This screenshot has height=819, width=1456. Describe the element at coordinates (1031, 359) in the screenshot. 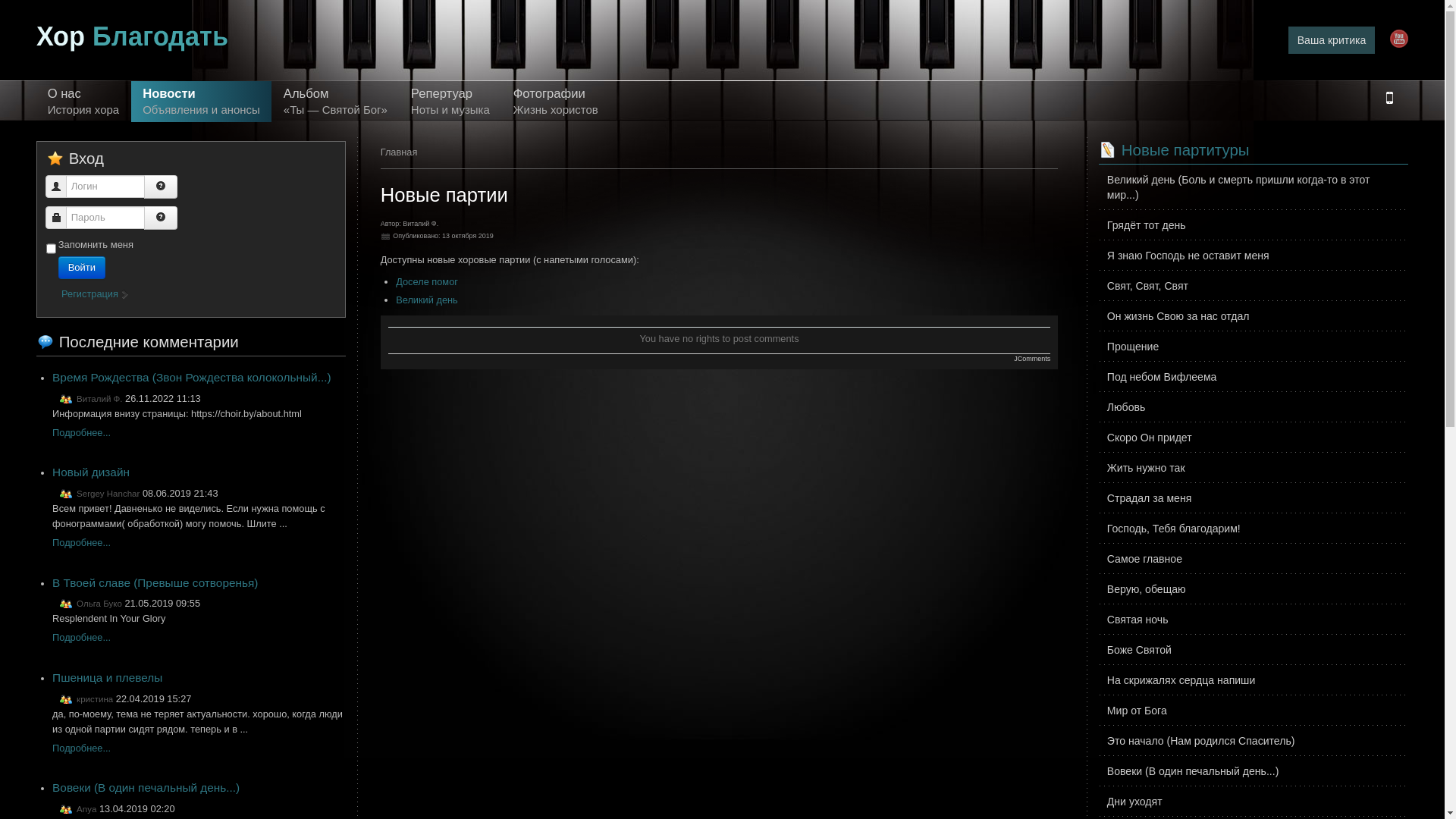

I see `'JComments'` at that location.